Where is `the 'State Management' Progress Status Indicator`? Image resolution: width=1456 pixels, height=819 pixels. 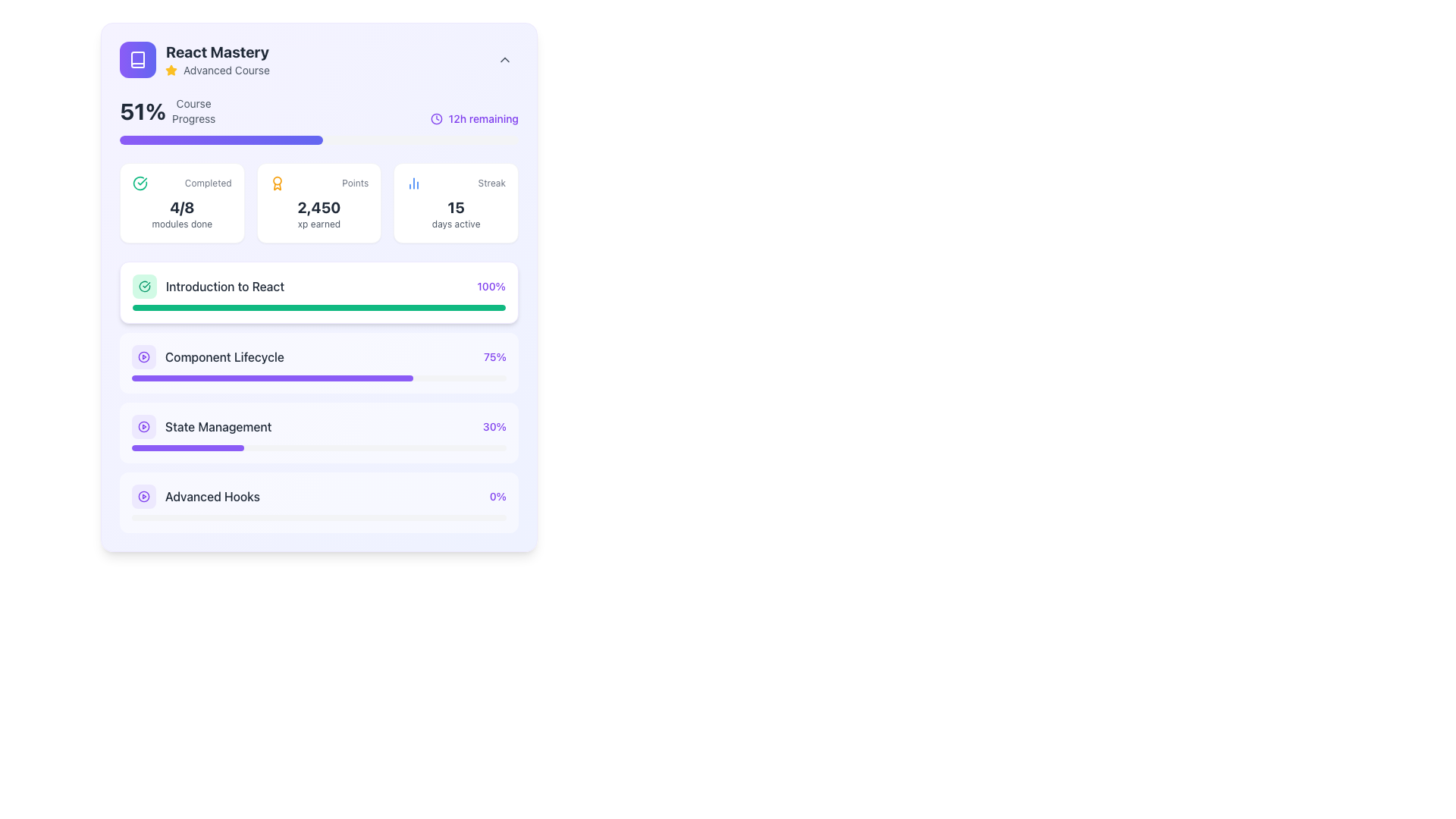 the 'State Management' Progress Status Indicator is located at coordinates (318, 427).